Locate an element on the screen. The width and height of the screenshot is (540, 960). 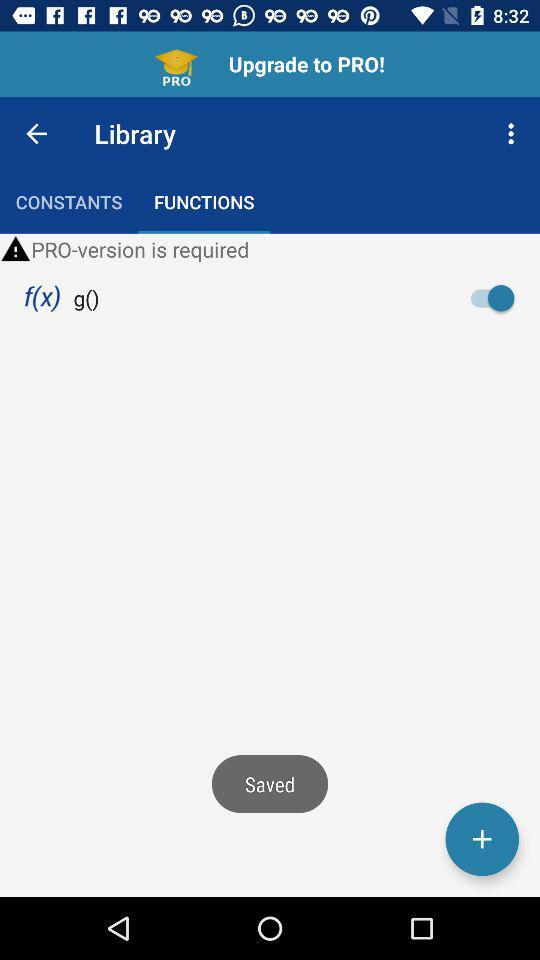
the g() item is located at coordinates (85, 297).